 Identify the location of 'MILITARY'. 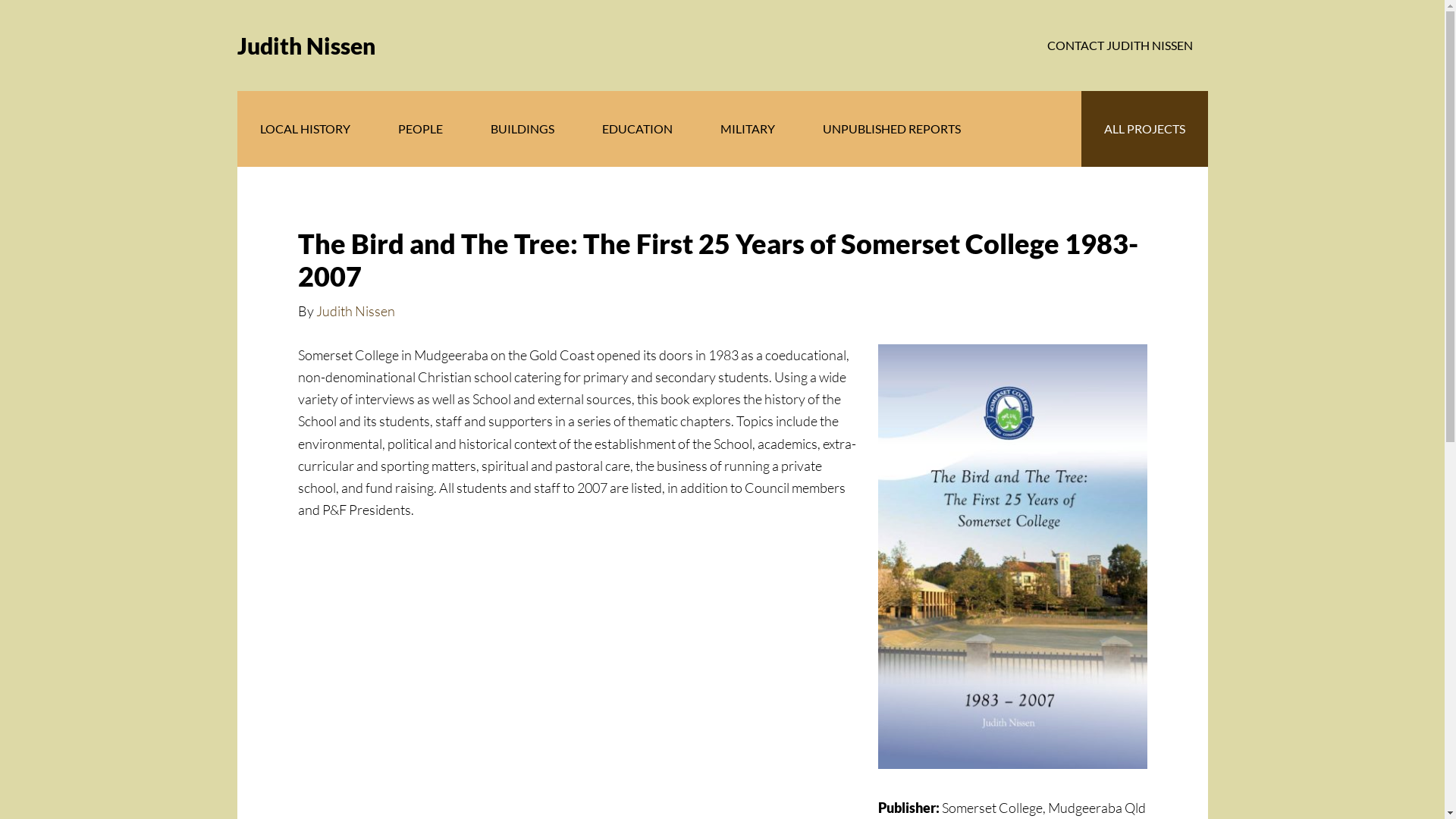
(747, 127).